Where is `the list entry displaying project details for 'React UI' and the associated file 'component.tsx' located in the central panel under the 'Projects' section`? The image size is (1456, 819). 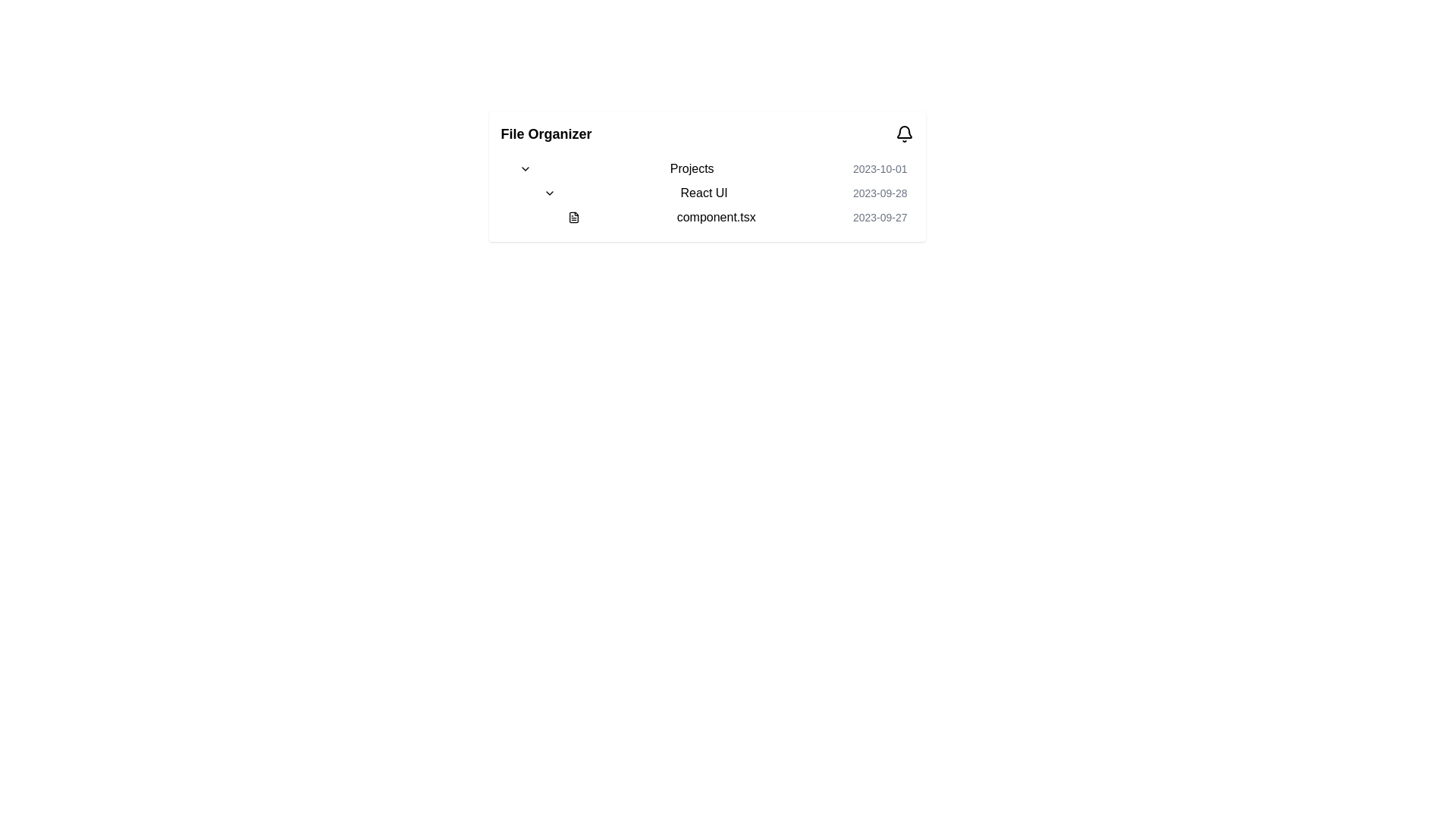 the list entry displaying project details for 'React UI' and the associated file 'component.tsx' located in the central panel under the 'Projects' section is located at coordinates (718, 205).